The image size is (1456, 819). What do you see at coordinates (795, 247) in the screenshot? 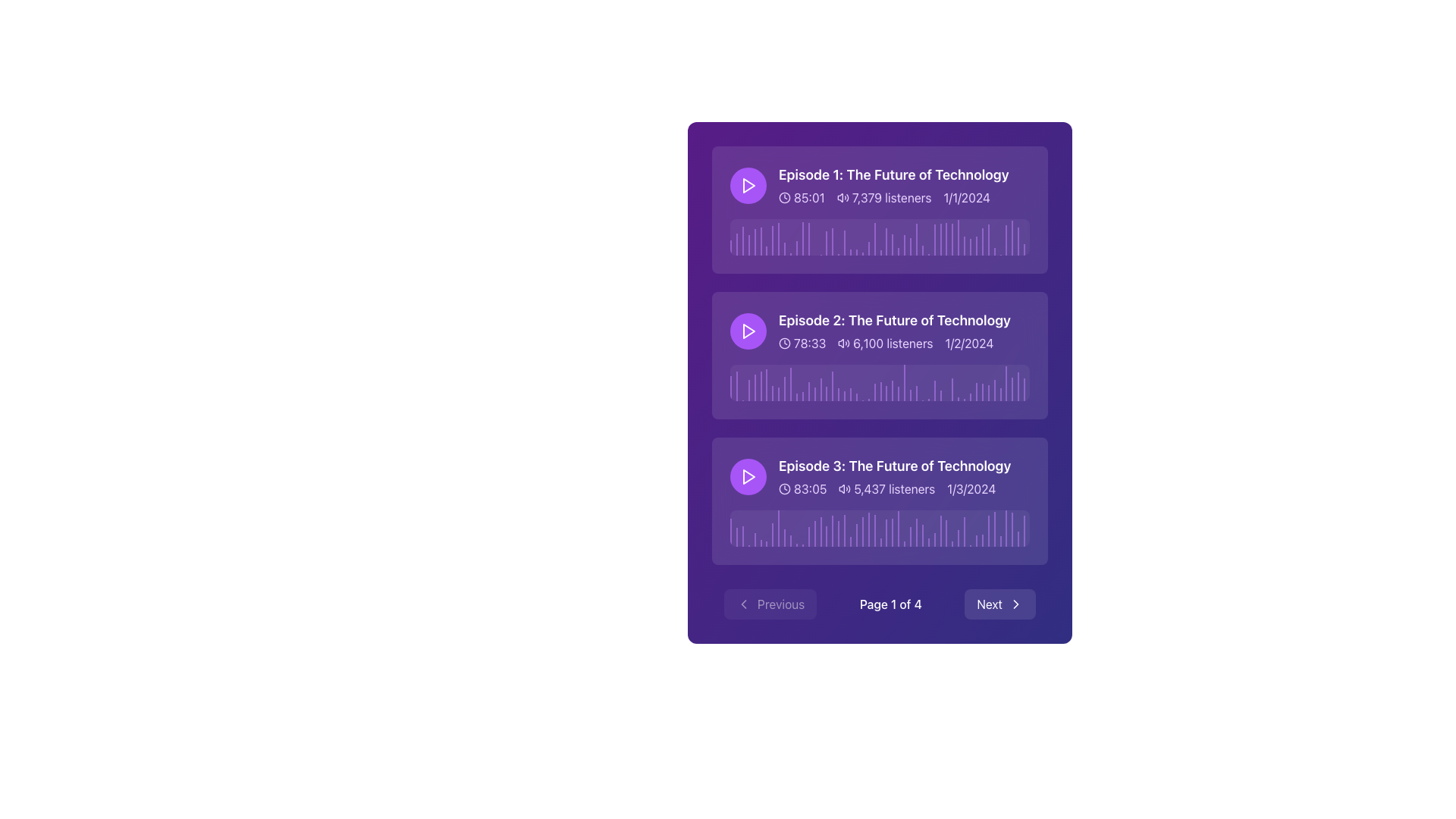
I see `the thin vertical purple graphical bar located in the first episode card, below the title and metadata, among a set of similar vertical elements` at bounding box center [795, 247].